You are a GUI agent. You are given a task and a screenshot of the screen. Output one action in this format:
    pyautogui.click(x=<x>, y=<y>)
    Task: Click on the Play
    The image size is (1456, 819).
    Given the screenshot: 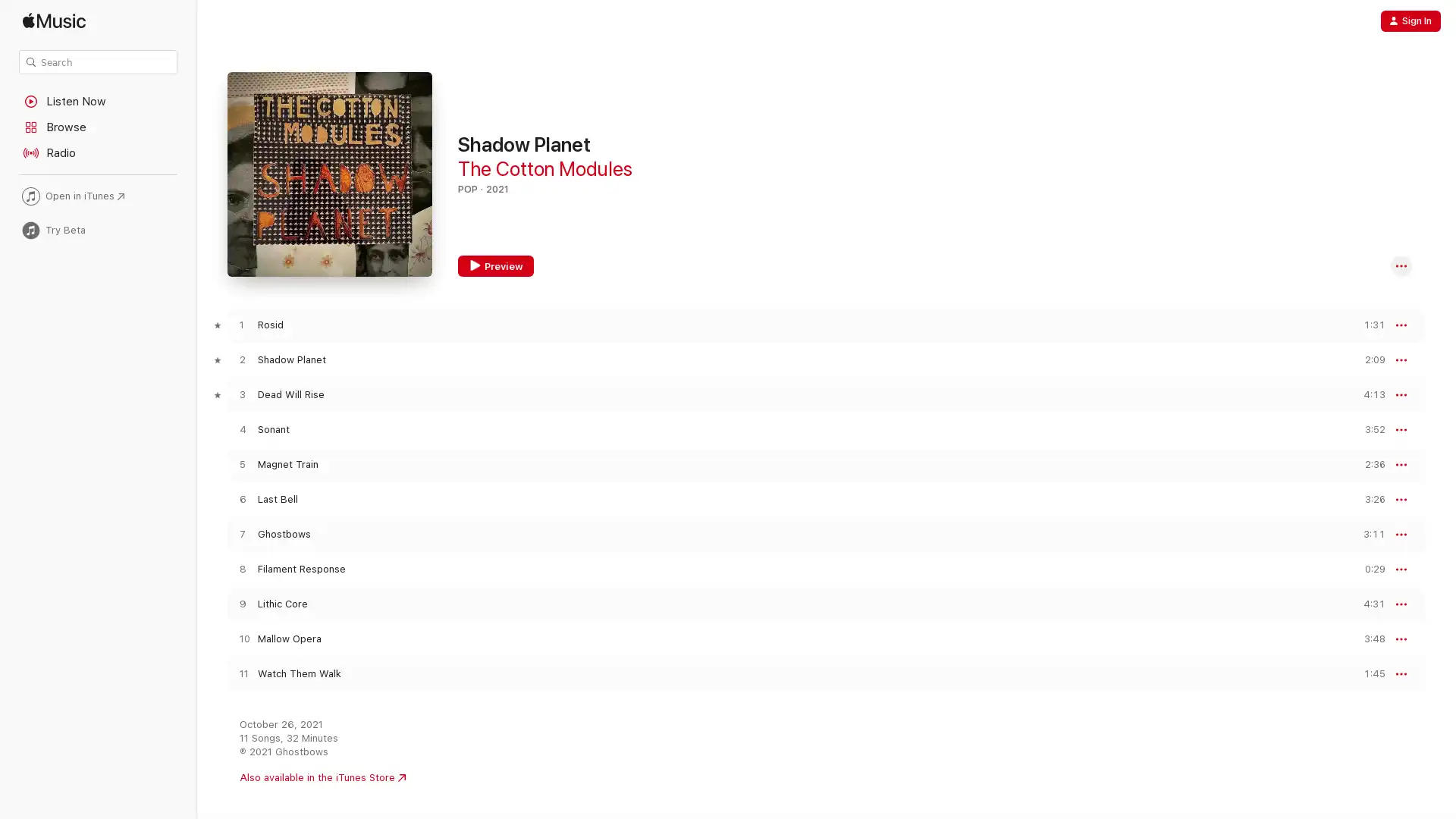 What is the action you would take?
    pyautogui.click(x=241, y=603)
    